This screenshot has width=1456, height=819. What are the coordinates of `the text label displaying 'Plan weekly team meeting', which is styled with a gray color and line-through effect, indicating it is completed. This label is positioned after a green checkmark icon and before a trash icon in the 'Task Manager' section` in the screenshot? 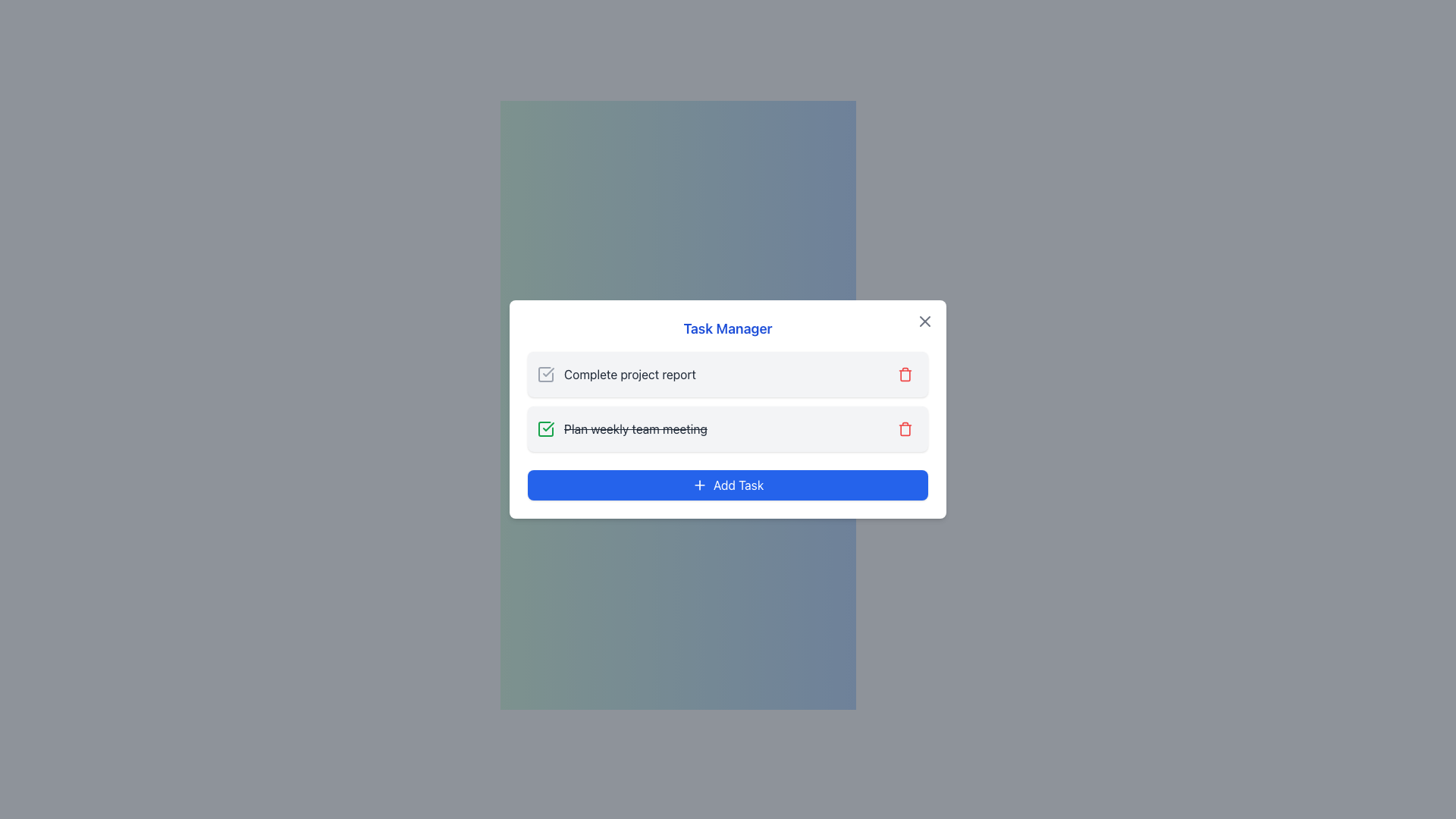 It's located at (635, 429).